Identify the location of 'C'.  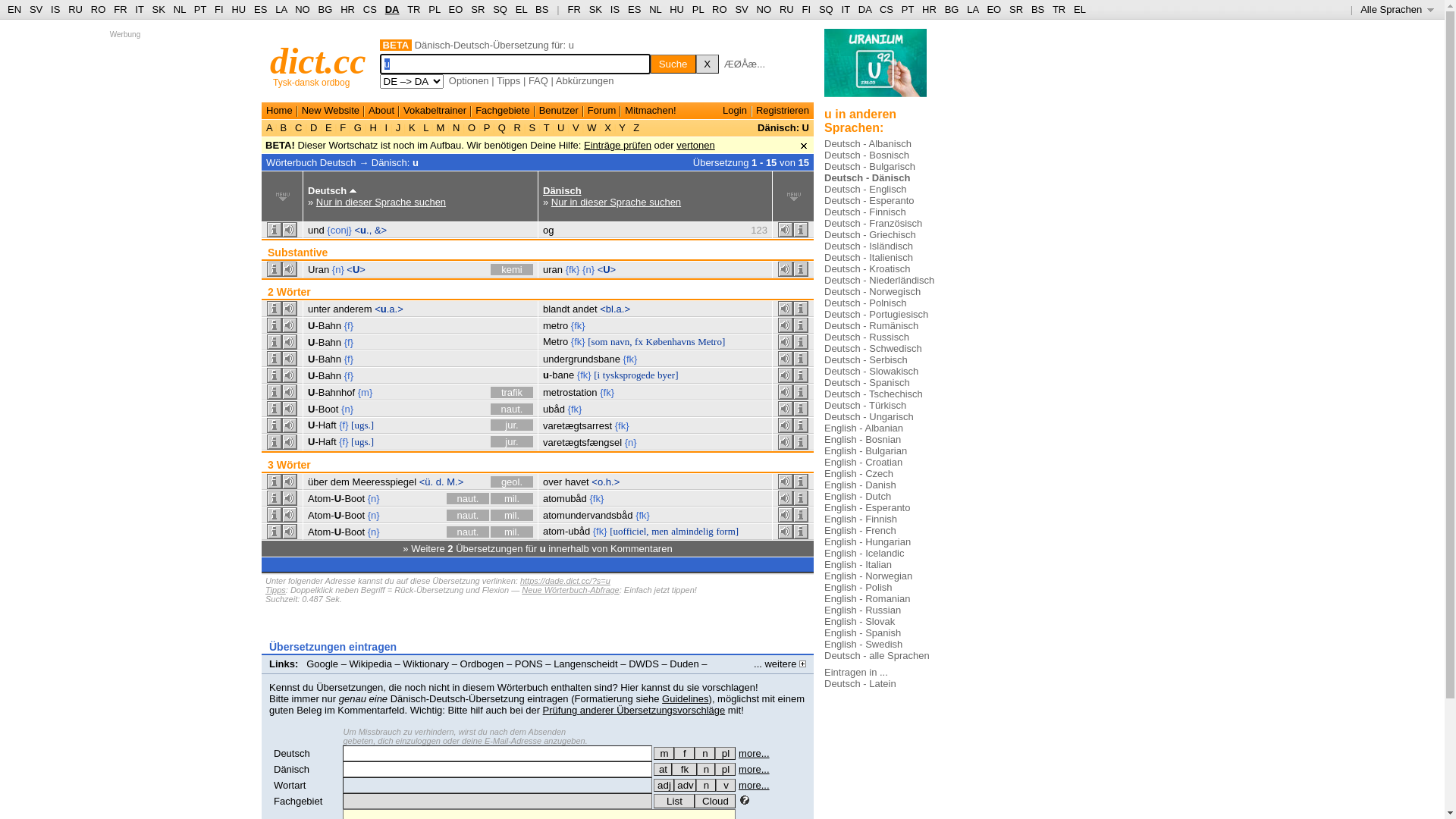
(298, 127).